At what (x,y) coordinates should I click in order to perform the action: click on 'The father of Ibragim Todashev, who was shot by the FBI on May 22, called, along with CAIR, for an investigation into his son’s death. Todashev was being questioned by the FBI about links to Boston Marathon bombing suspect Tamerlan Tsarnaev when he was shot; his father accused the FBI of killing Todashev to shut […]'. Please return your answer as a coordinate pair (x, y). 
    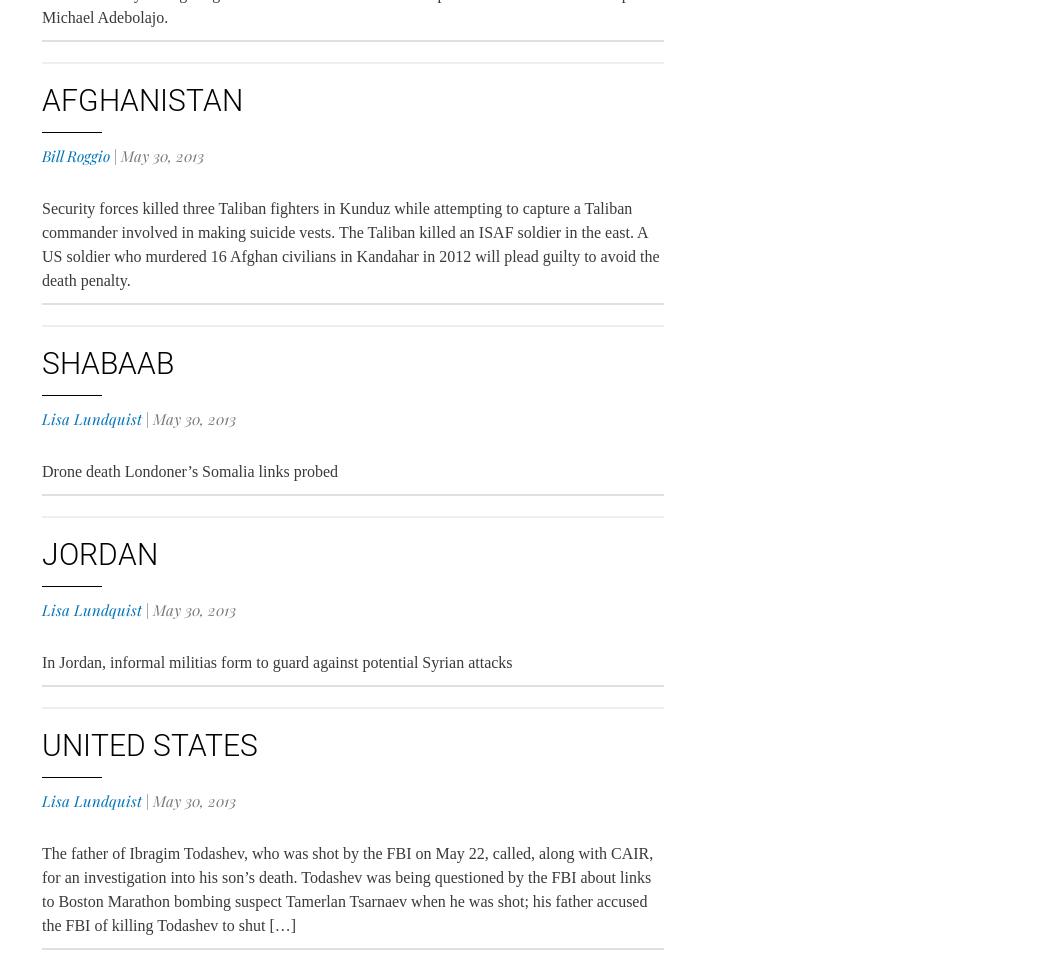
    Looking at the image, I should click on (346, 889).